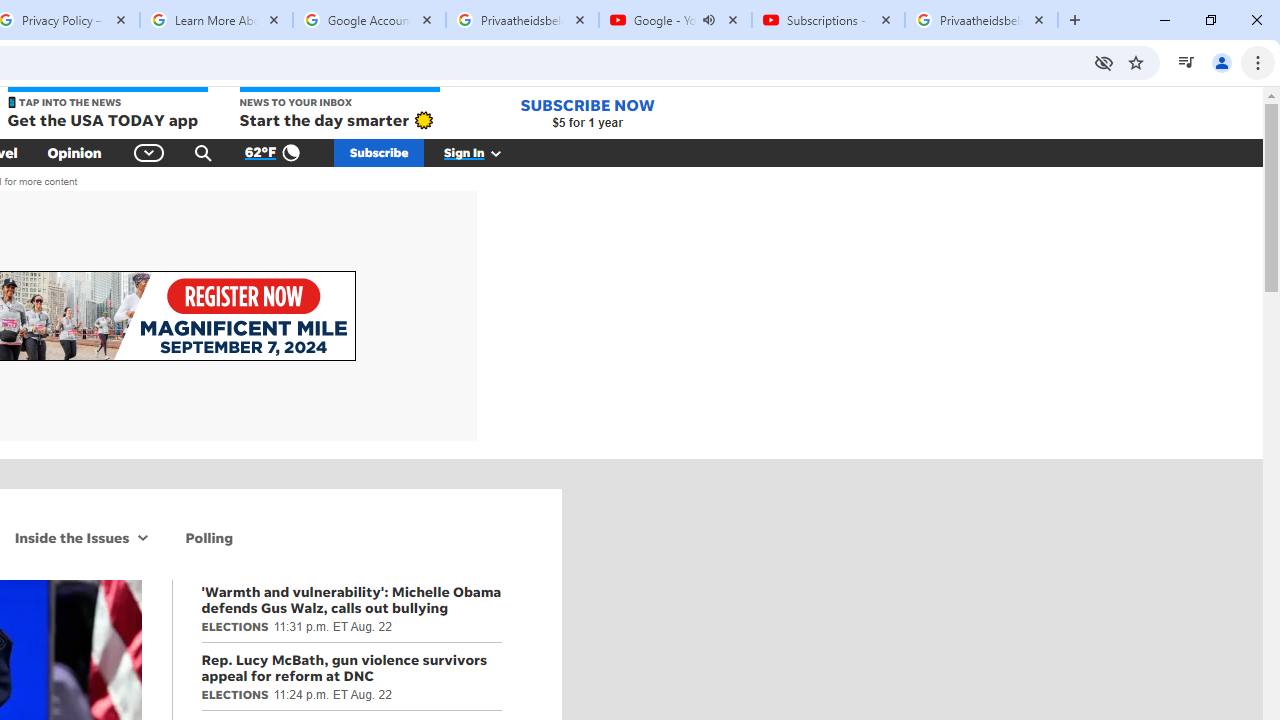 This screenshot has height=720, width=1280. I want to click on 'Subscriptions - YouTube', so click(828, 20).